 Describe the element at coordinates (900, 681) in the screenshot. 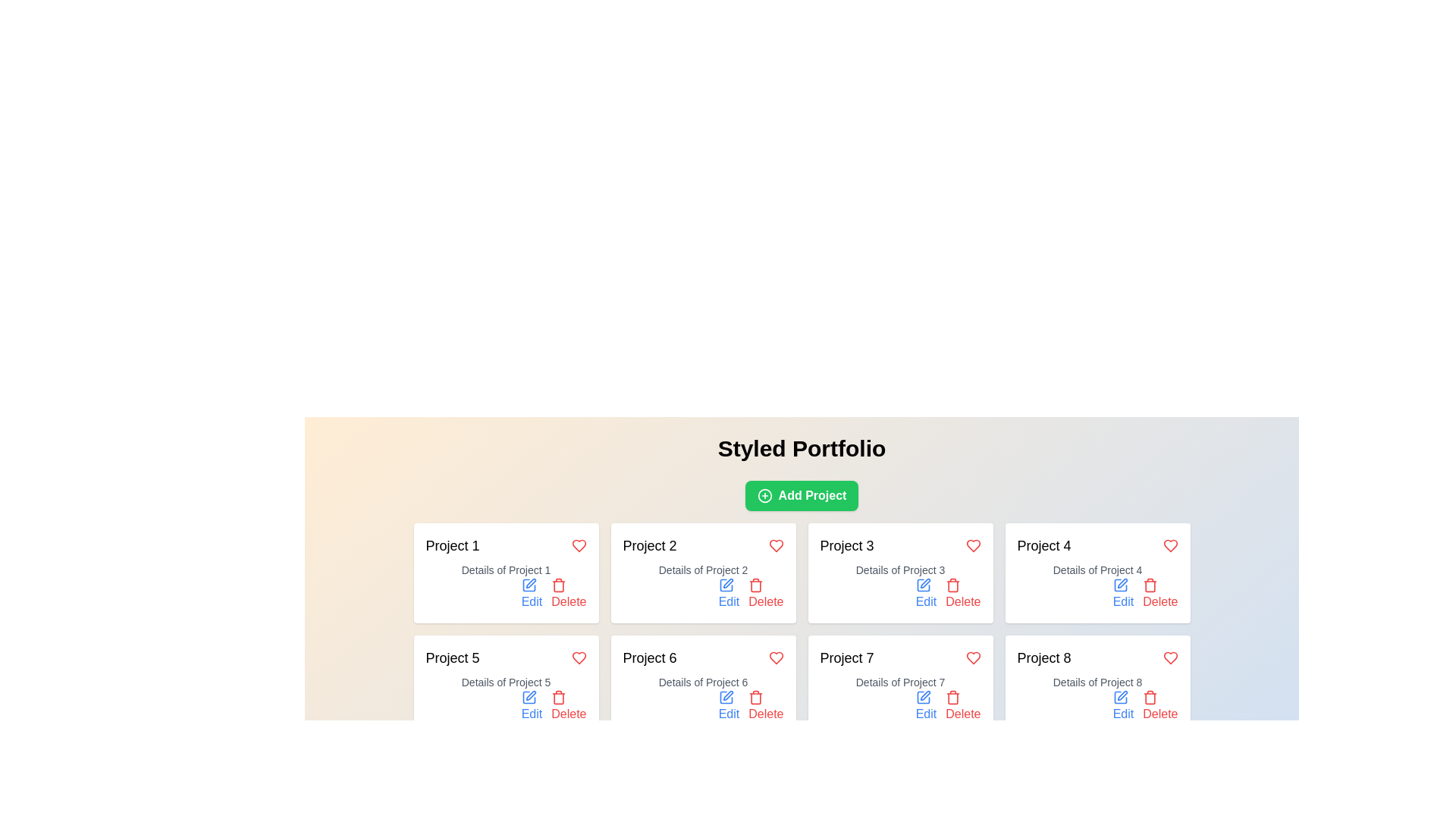

I see `the text label that displays 'Details of Project 7', which is styled in a small font and light gray color, located inside the seventh project card under the bold title 'Project 7'` at that location.